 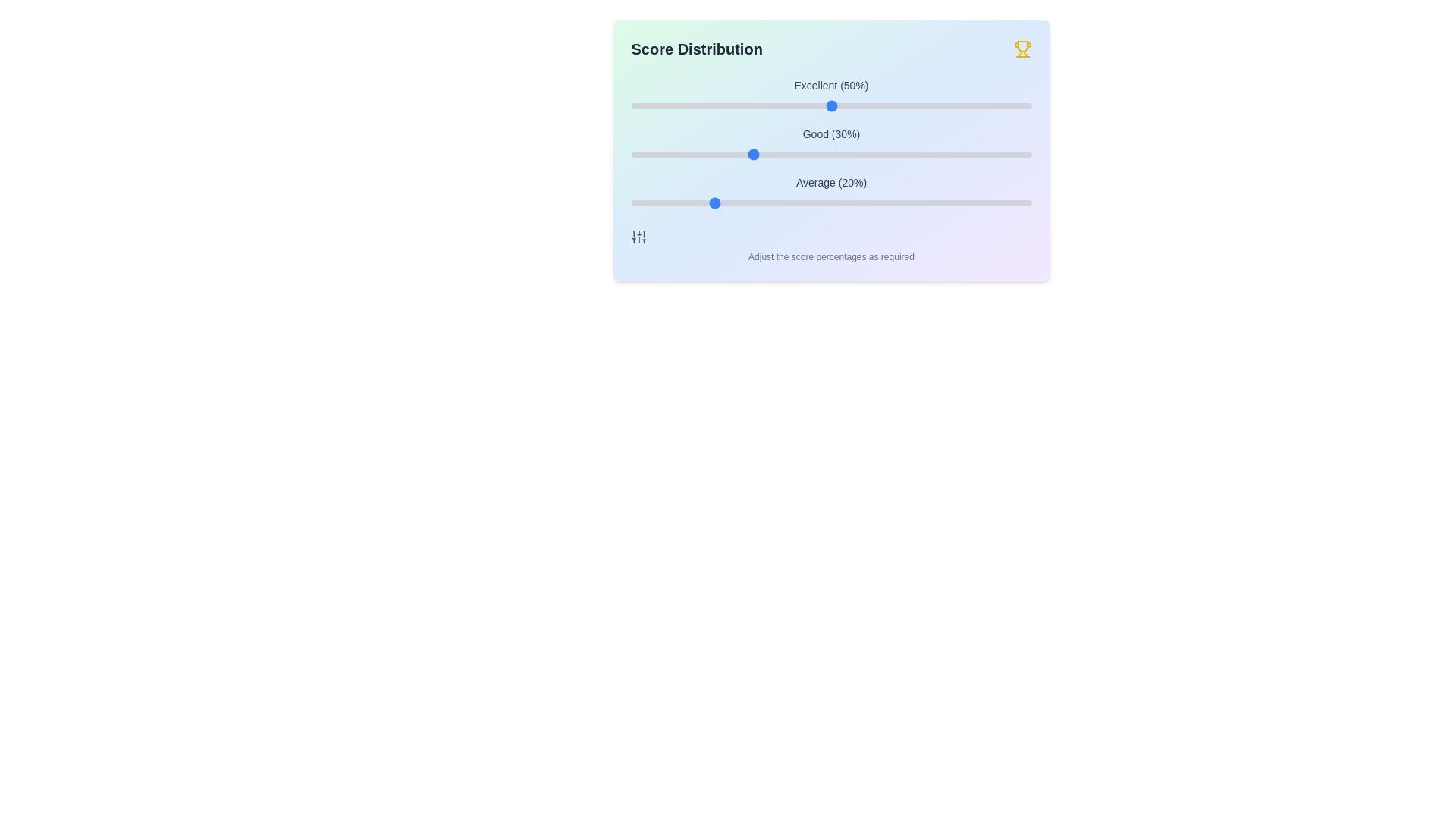 I want to click on the 'Average' slider to 57%, so click(x=859, y=202).